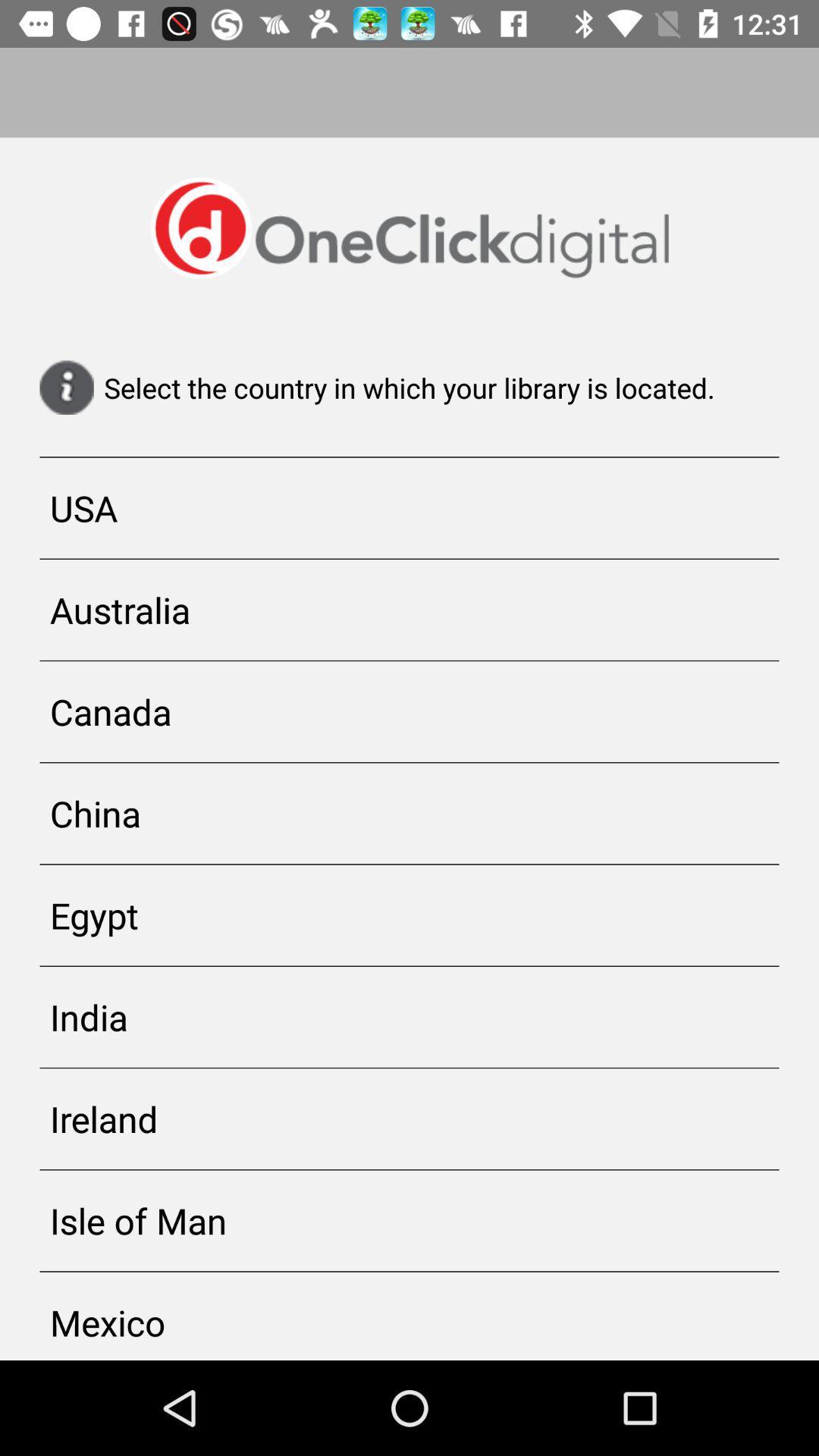 The image size is (819, 1456). Describe the element at coordinates (409, 1119) in the screenshot. I see `the ireland icon` at that location.